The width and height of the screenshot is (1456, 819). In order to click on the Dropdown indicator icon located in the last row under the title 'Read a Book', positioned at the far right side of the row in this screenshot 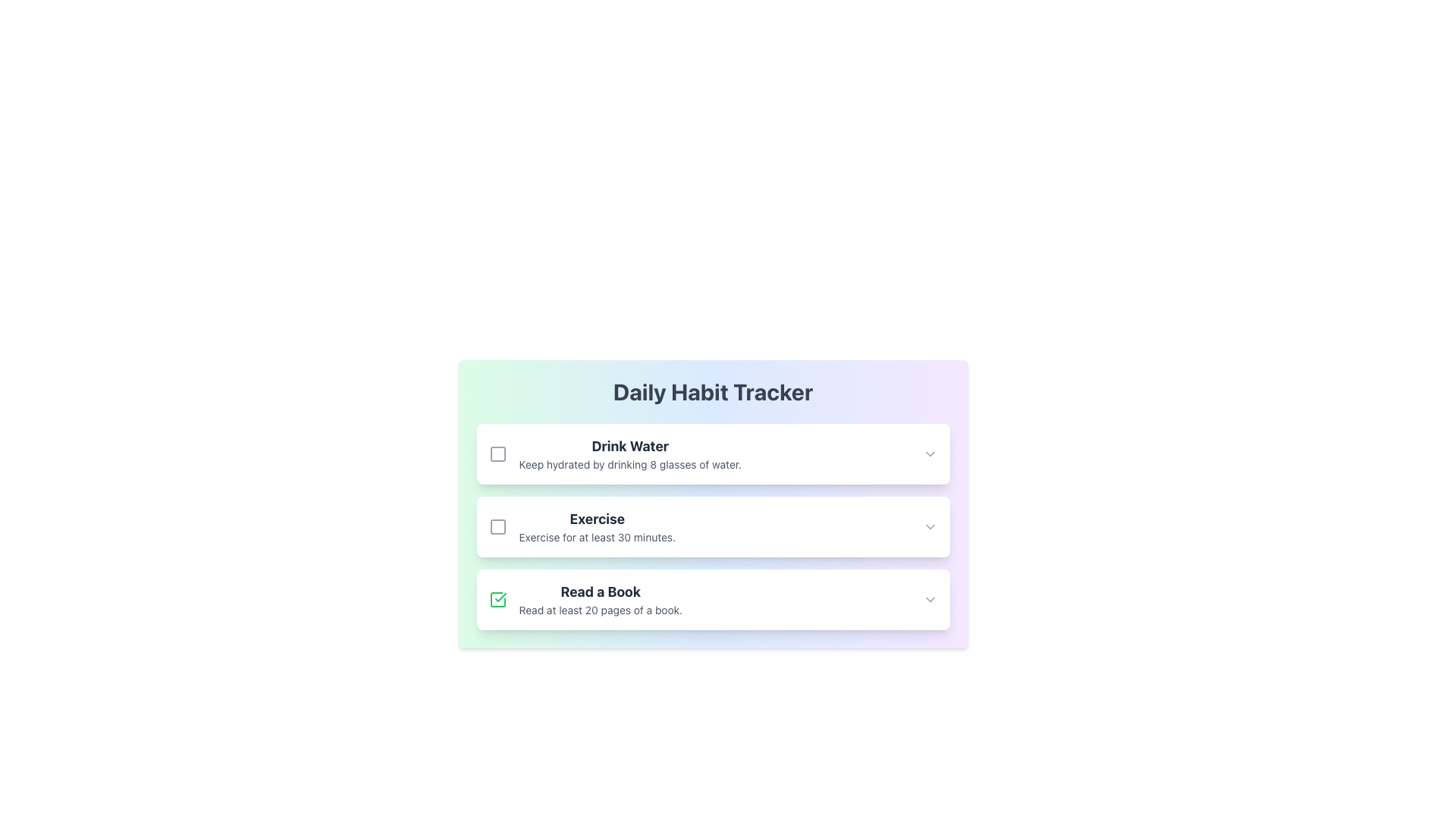, I will do `click(929, 598)`.